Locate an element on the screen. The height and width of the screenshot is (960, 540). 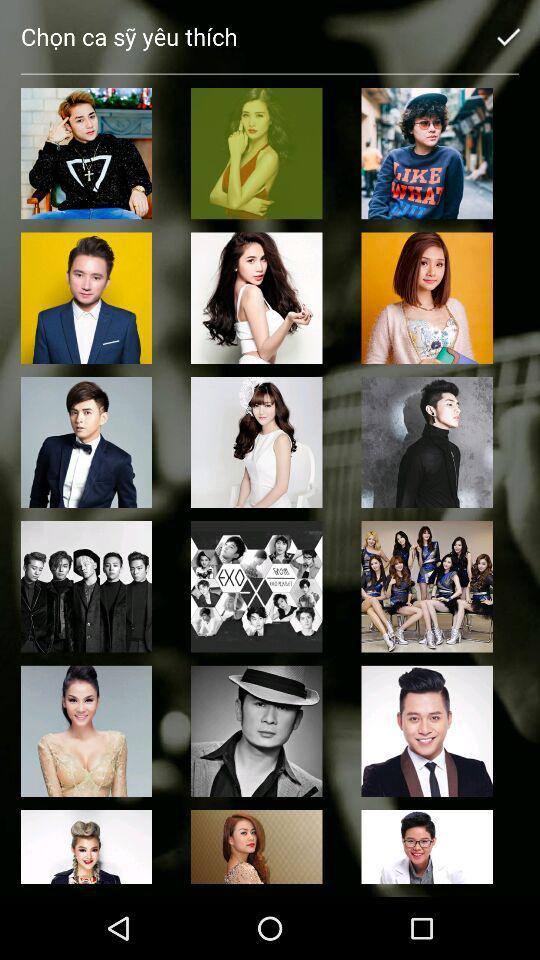
the check icon is located at coordinates (508, 35).